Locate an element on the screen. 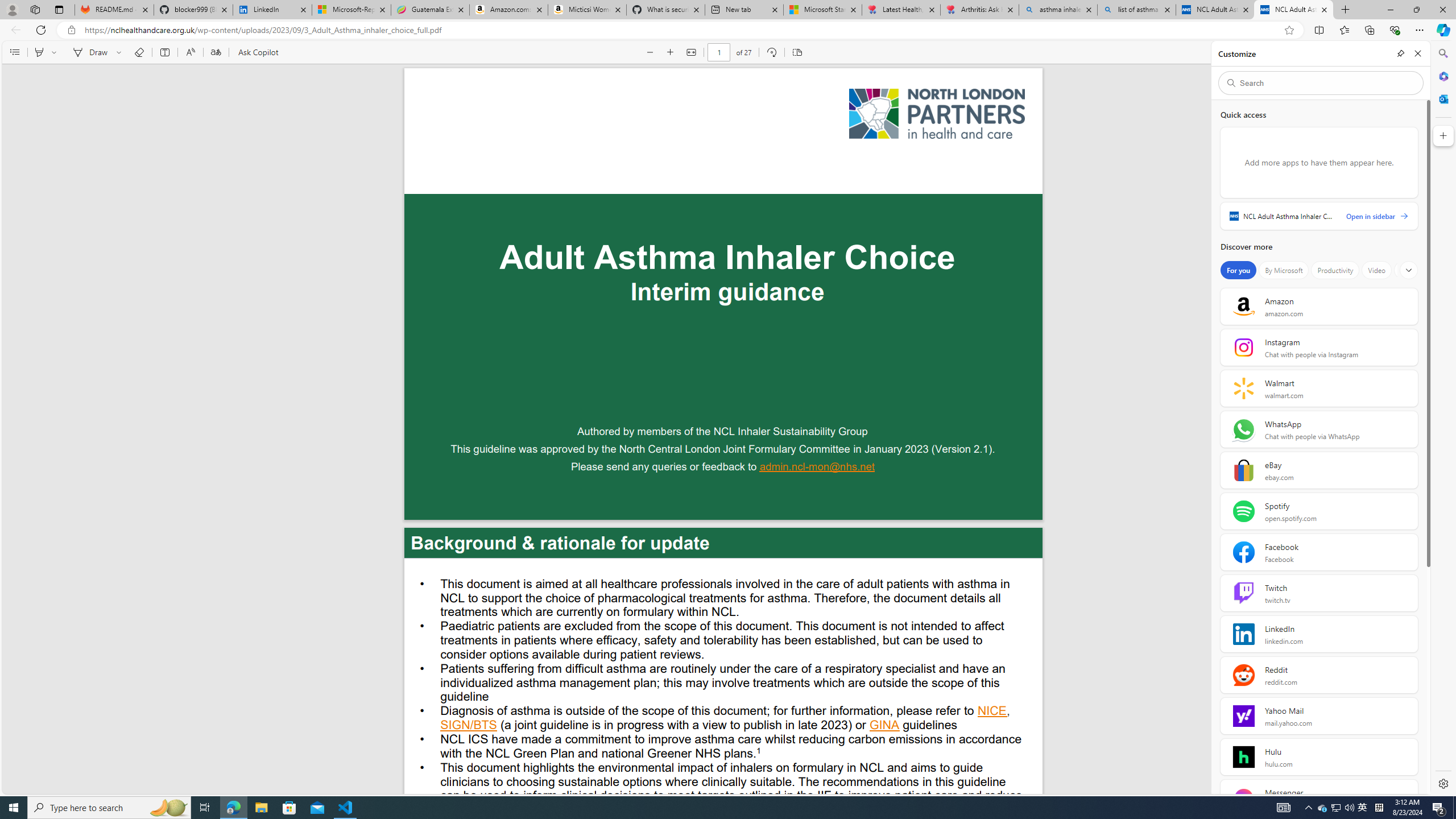 Image resolution: width=1456 pixels, height=819 pixels. 'Translate' is located at coordinates (215, 52).